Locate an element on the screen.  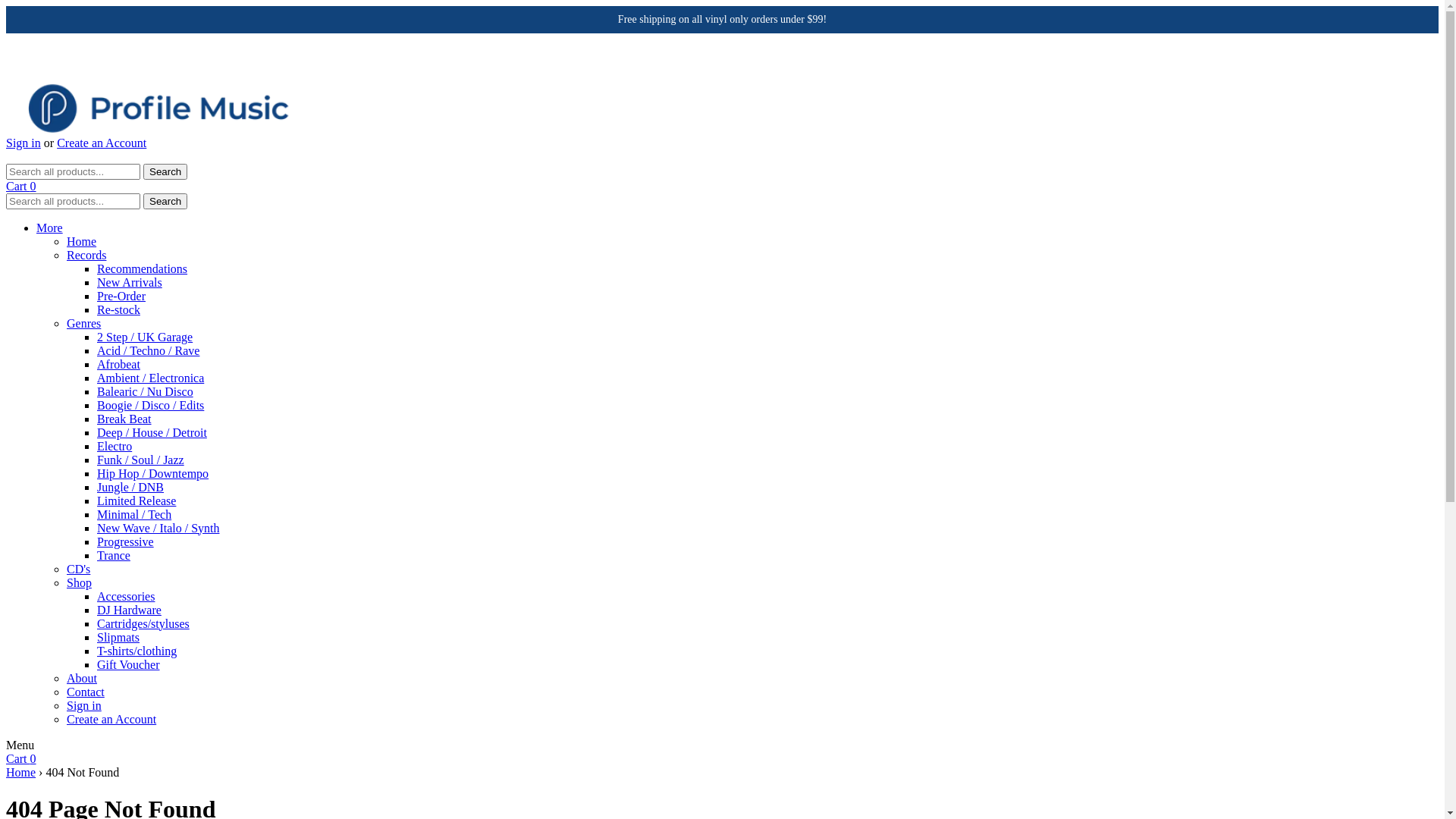
'Afrobeat' is located at coordinates (118, 364).